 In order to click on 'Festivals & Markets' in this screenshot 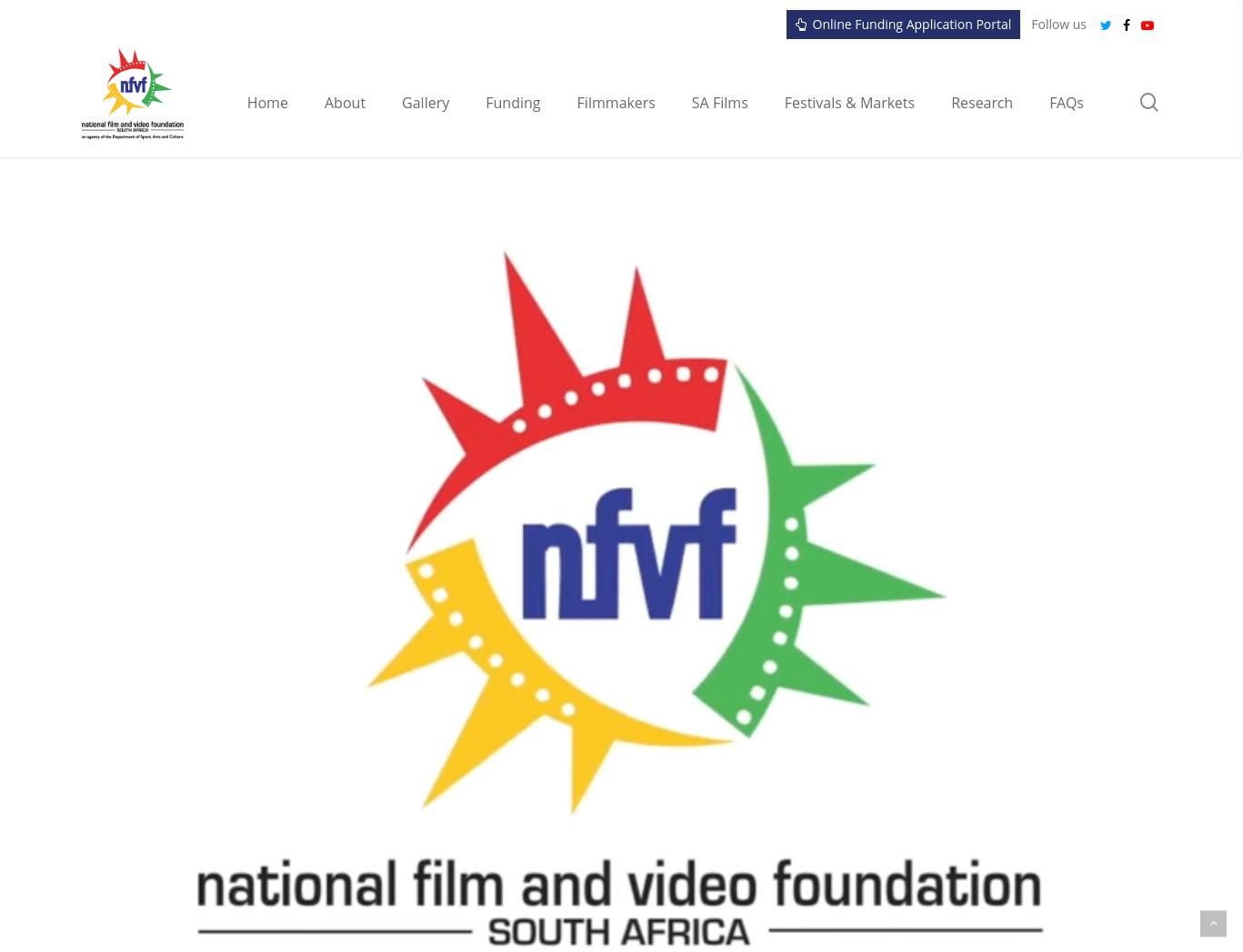, I will do `click(784, 101)`.